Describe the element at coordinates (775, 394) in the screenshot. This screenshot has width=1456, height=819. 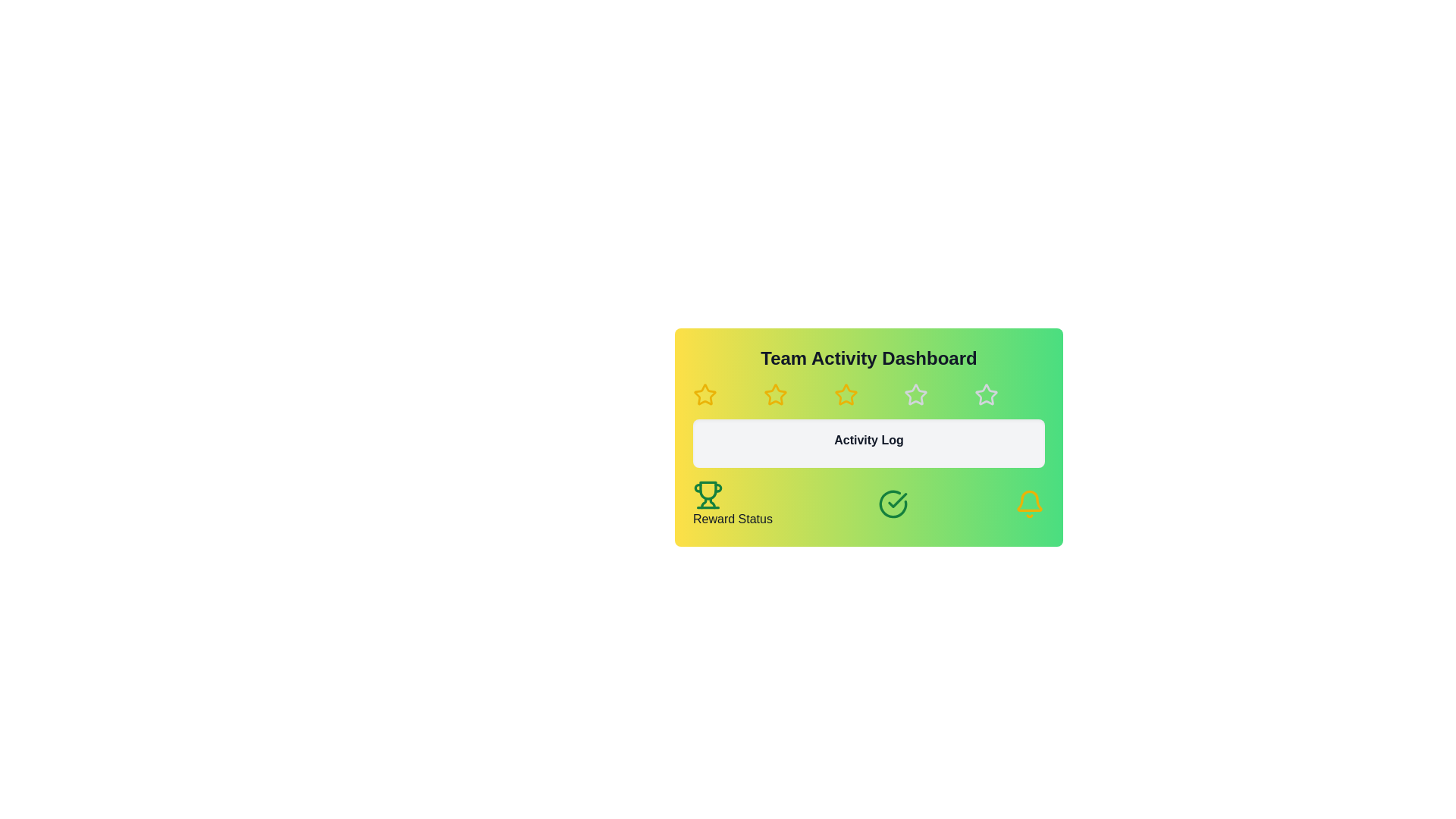
I see `the second star icon in the horizontal row of five stars on the 'Team Activity Dashboard'` at that location.